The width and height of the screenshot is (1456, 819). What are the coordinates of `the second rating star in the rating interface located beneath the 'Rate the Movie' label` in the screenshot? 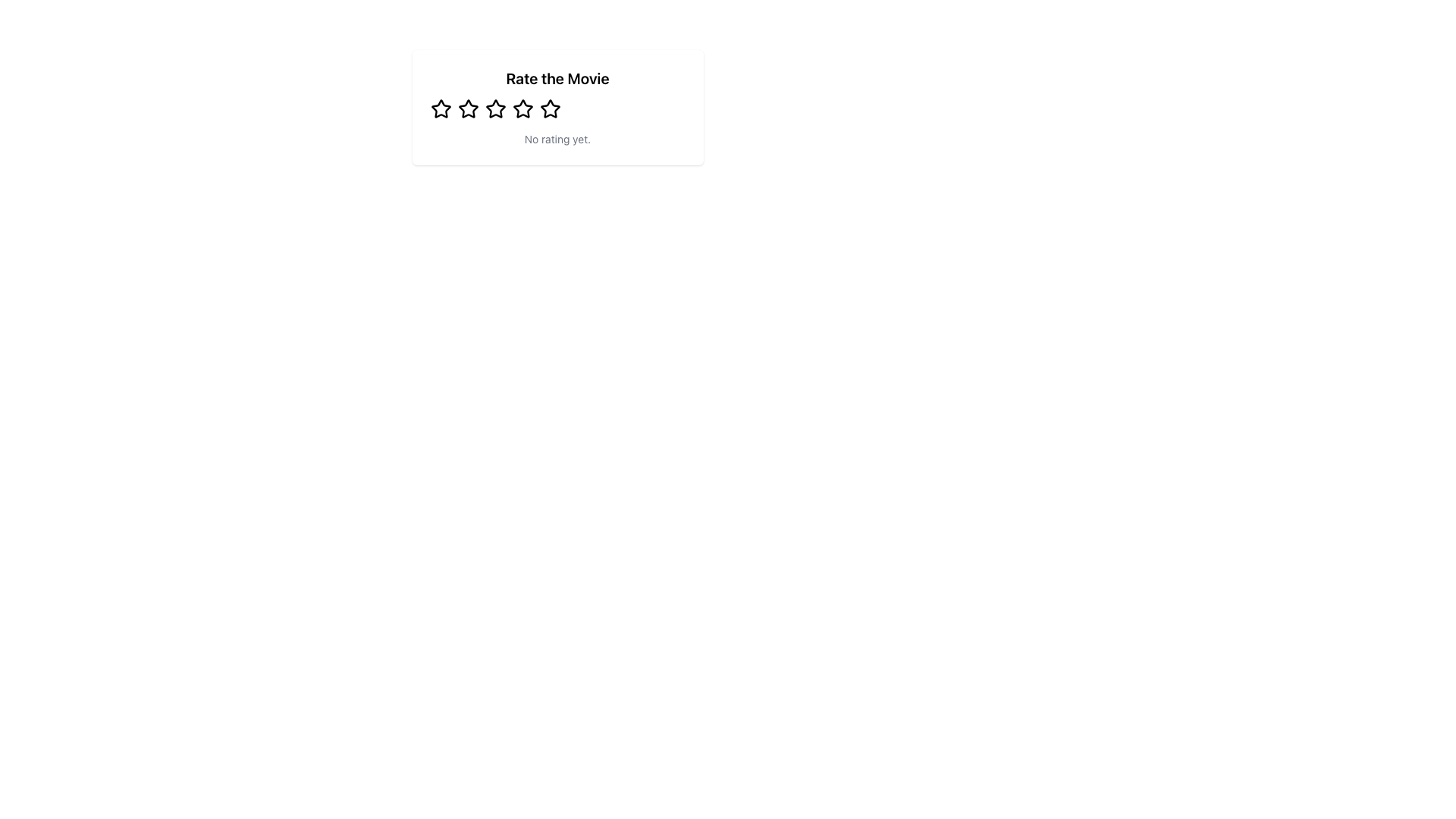 It's located at (467, 108).